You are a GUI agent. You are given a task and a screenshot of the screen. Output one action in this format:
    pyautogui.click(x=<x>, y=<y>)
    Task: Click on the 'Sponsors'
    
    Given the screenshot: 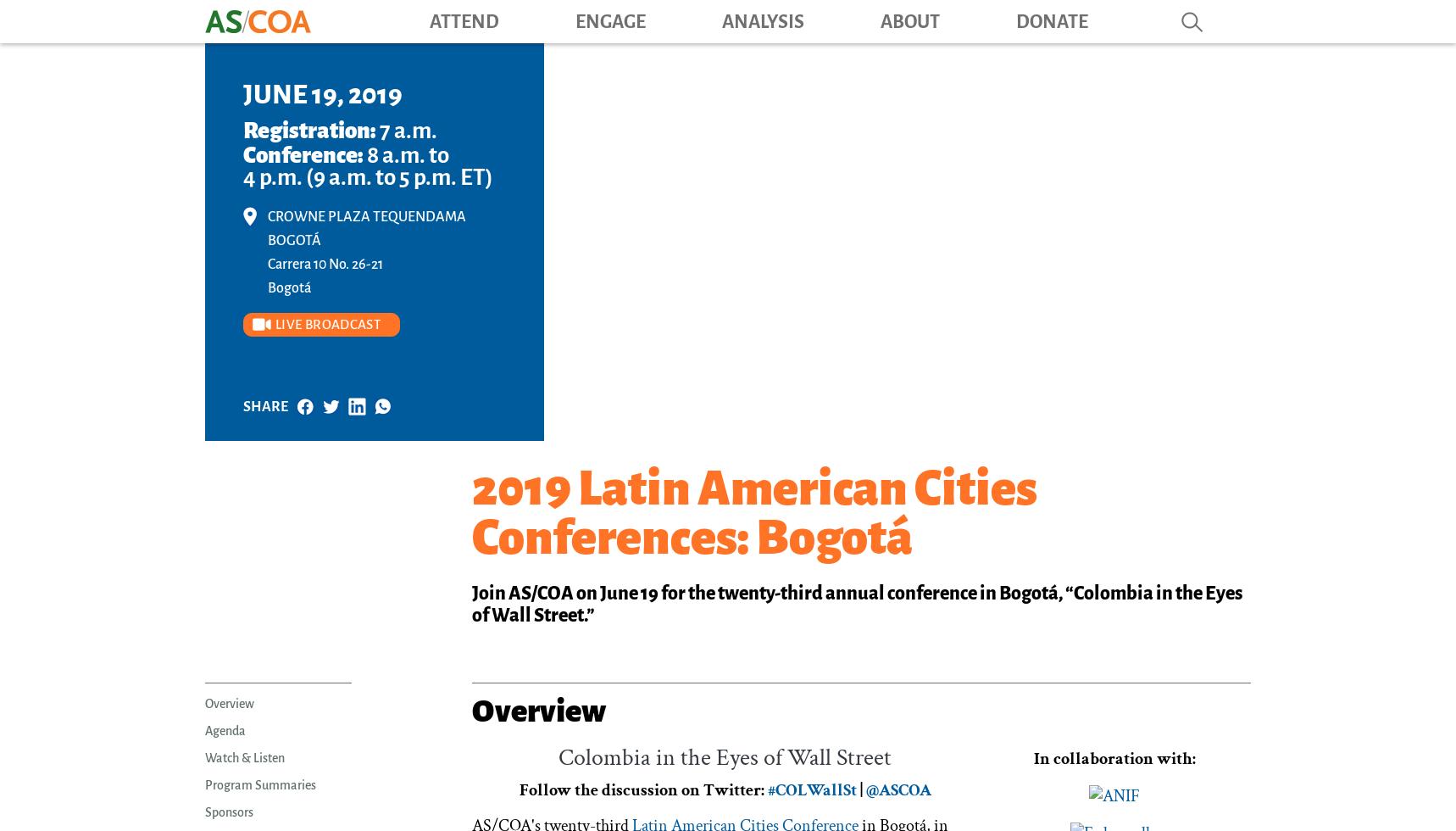 What is the action you would take?
    pyautogui.click(x=204, y=812)
    